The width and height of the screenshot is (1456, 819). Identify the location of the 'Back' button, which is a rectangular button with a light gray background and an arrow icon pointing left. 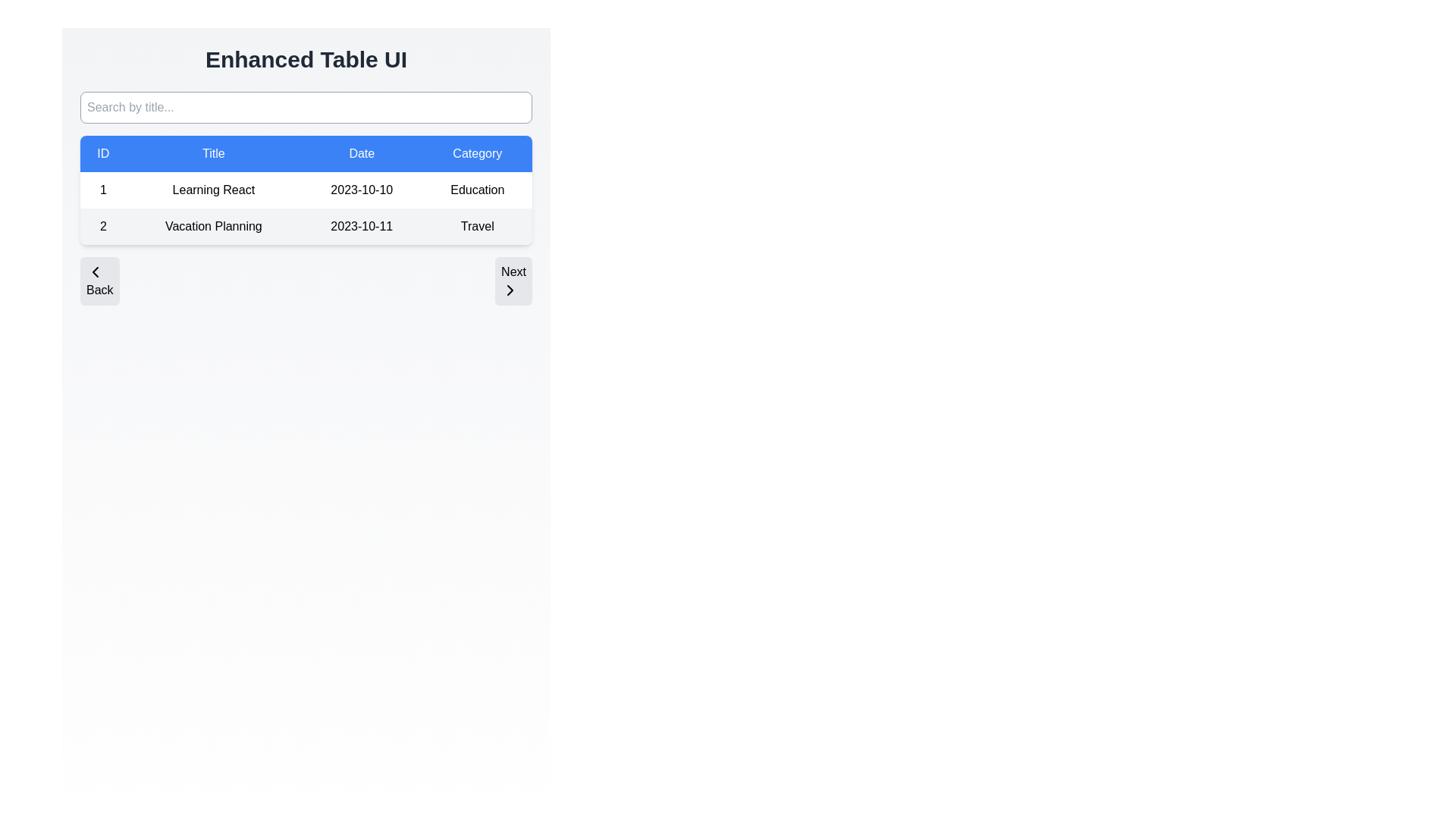
(99, 281).